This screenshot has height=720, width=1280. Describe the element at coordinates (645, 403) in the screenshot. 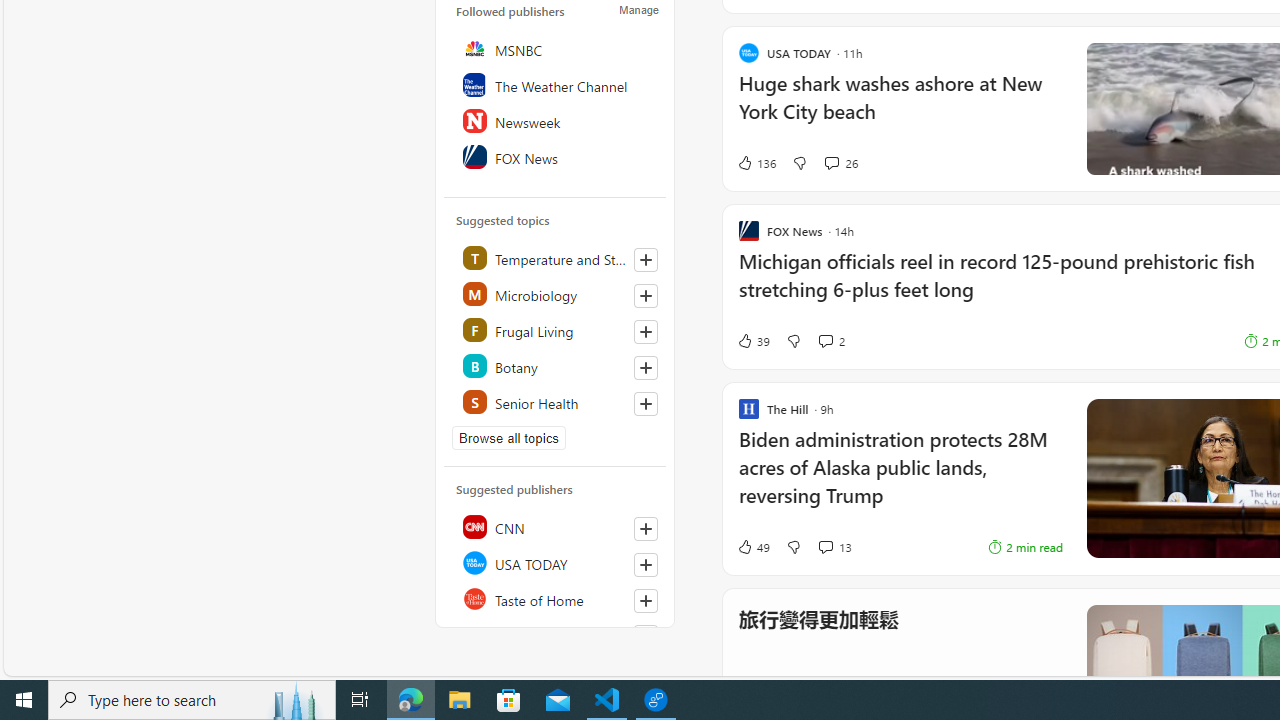

I see `'Follow this topic'` at that location.